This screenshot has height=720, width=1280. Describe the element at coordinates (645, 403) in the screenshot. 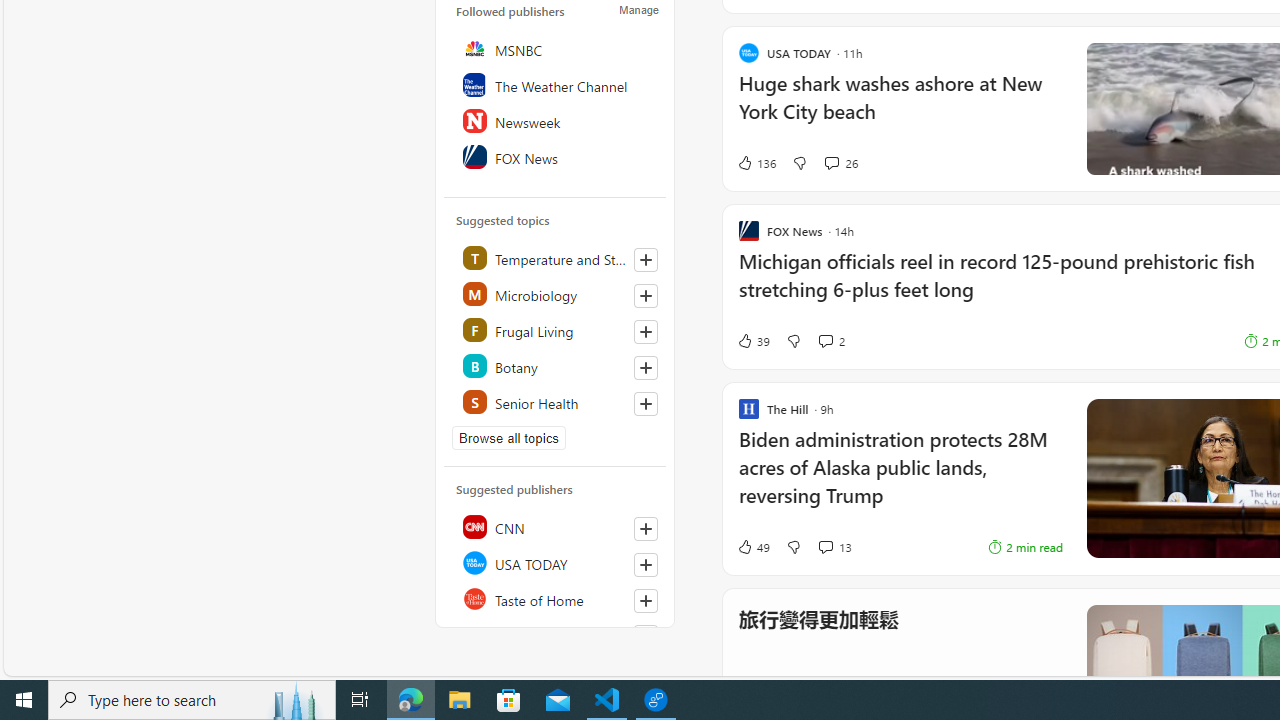

I see `'Follow this topic'` at that location.